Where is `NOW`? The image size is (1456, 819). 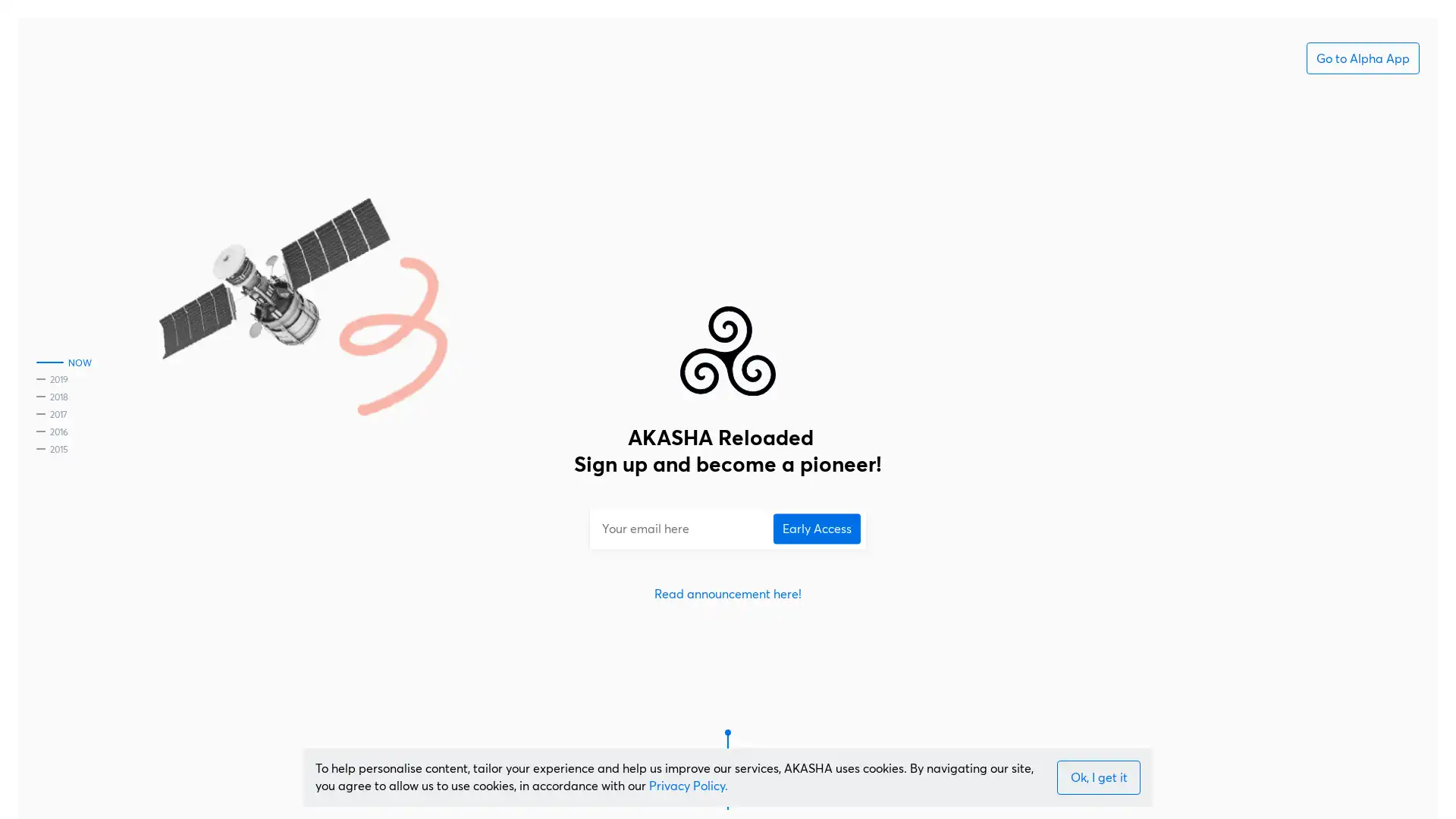
NOW is located at coordinates (63, 363).